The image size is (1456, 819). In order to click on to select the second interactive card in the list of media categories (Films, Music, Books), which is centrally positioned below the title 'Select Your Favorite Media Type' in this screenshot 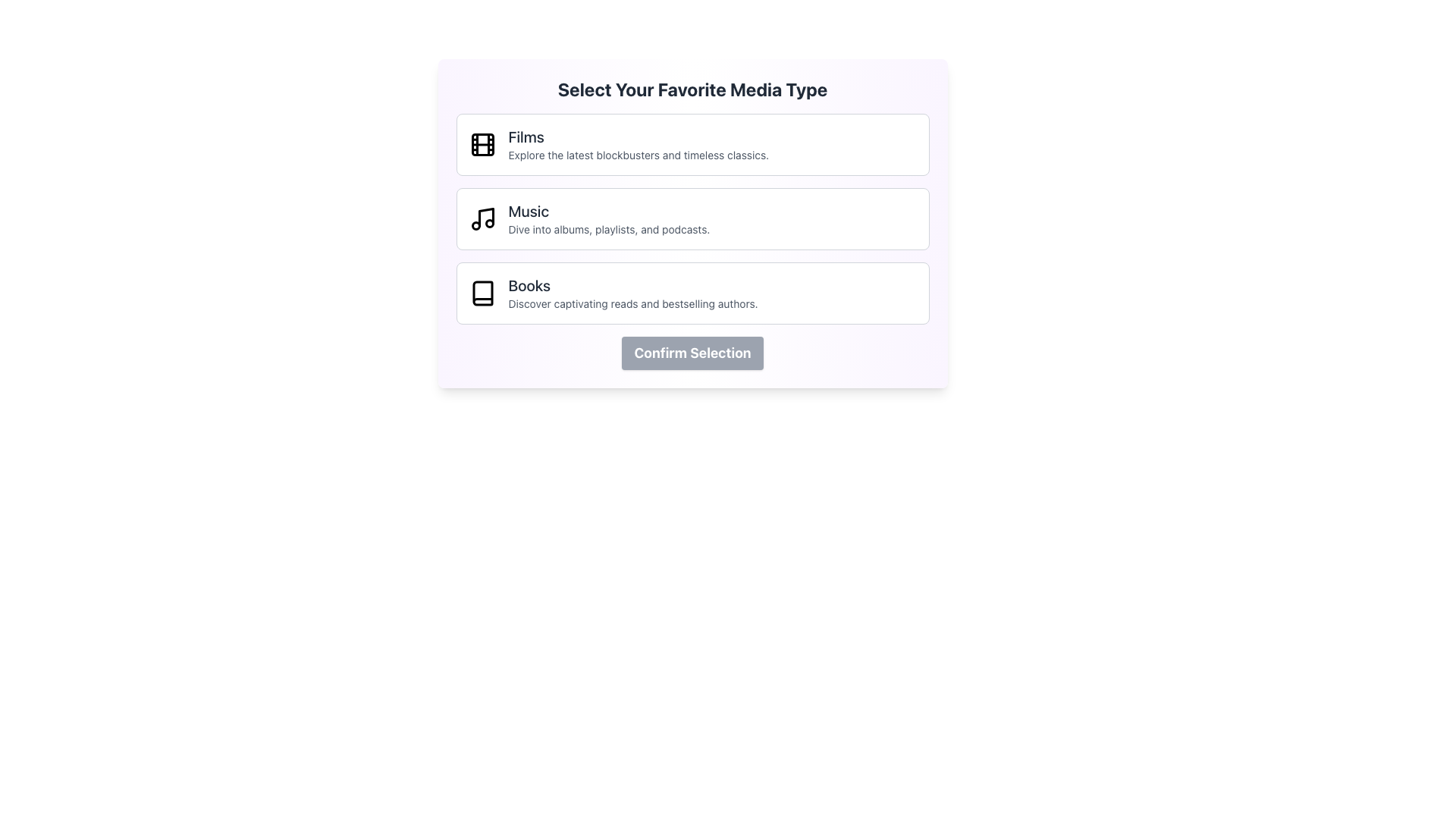, I will do `click(692, 219)`.